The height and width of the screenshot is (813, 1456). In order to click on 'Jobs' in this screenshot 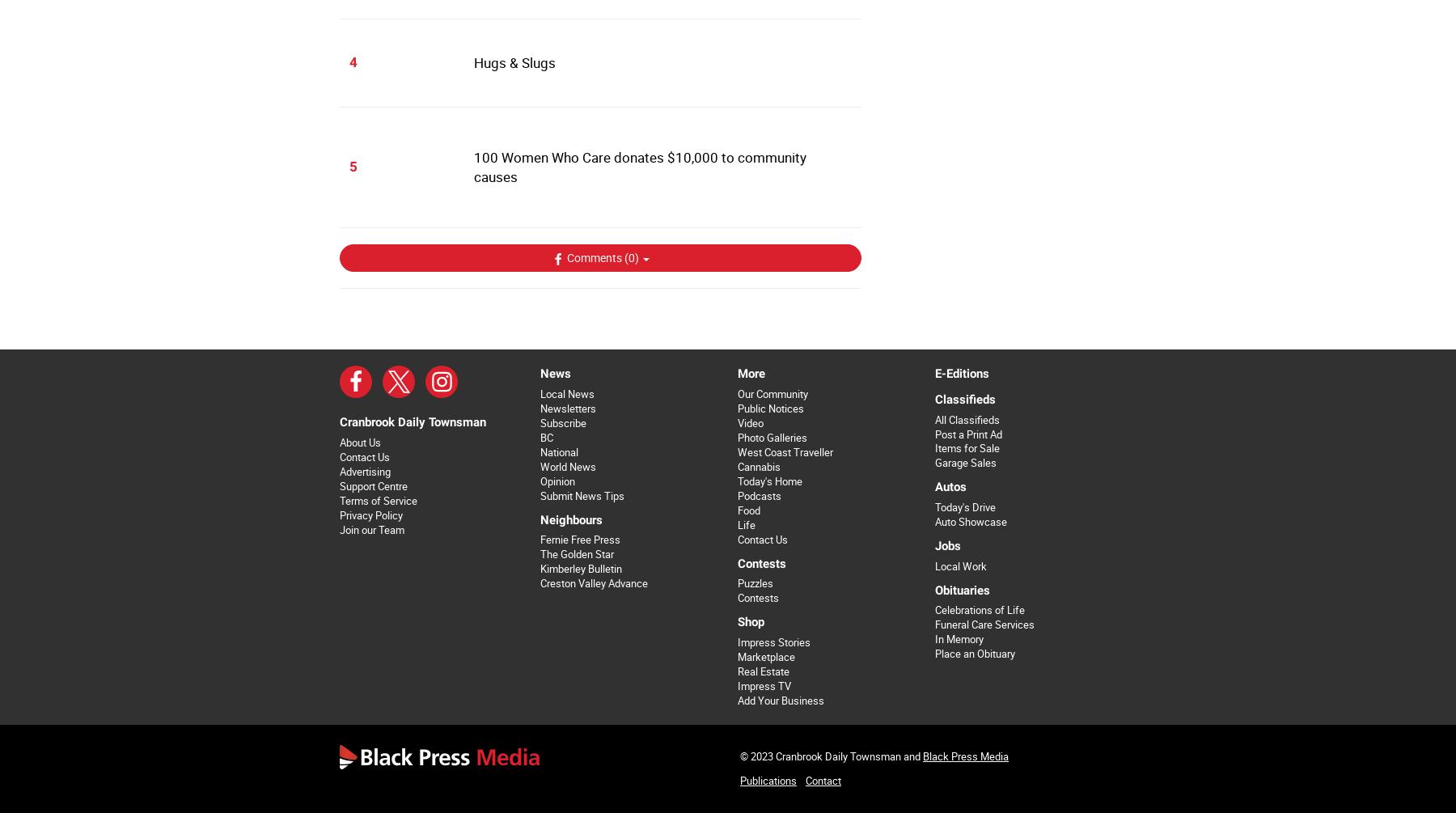, I will do `click(946, 545)`.